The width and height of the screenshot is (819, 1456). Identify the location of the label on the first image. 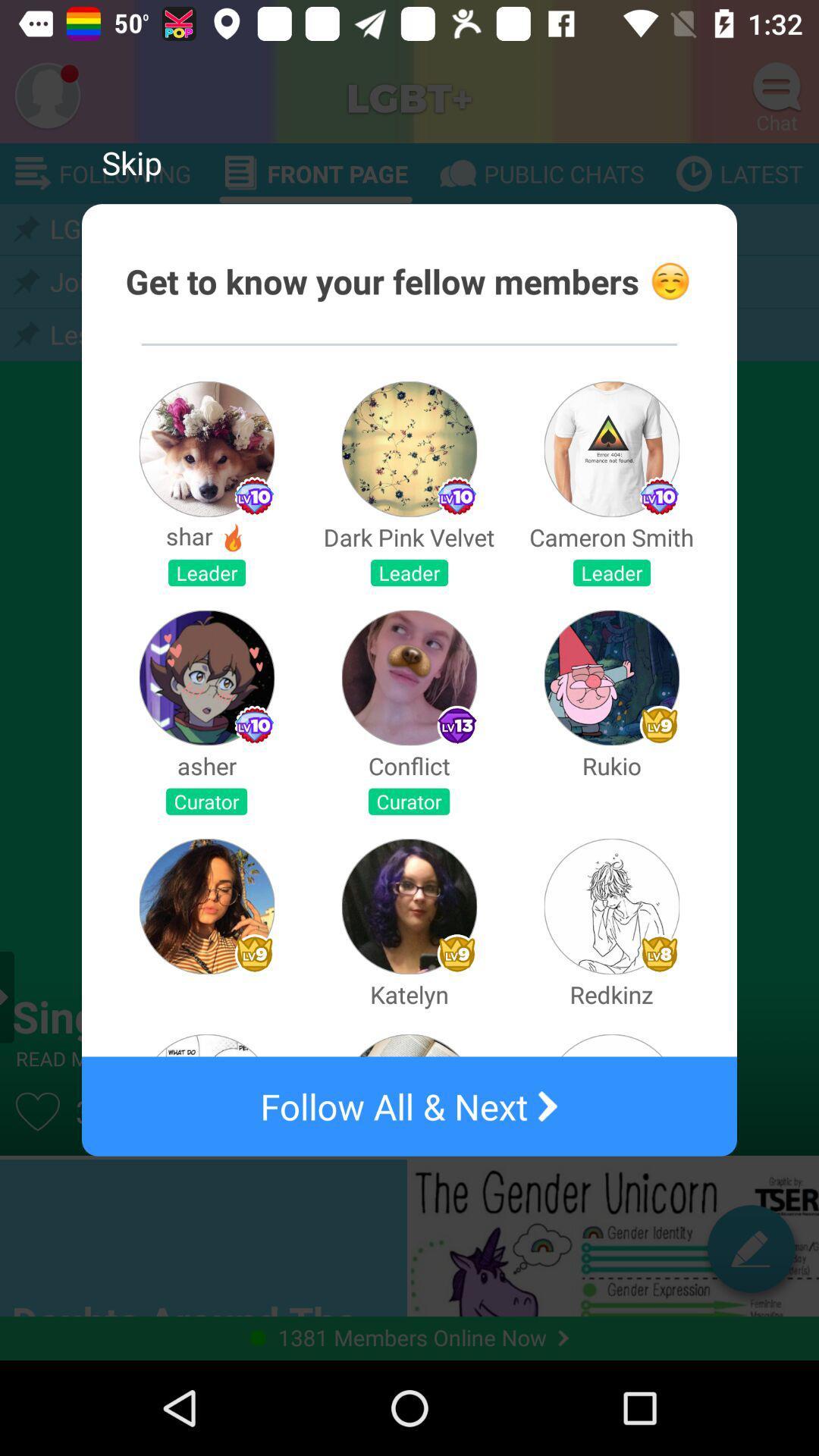
(253, 497).